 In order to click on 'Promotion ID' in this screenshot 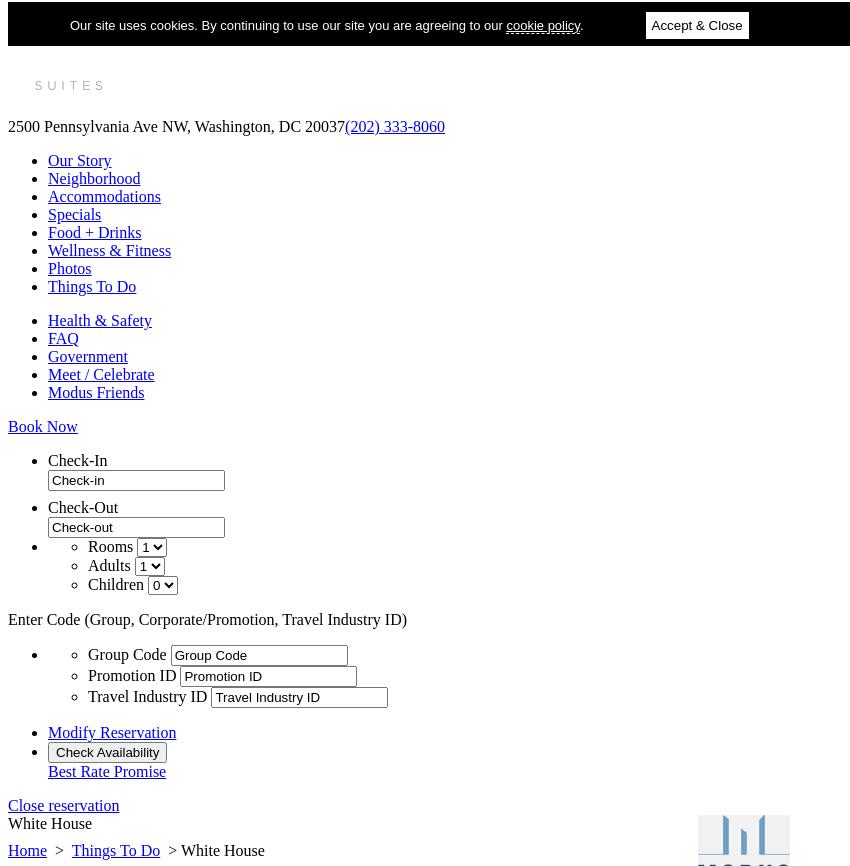, I will do `click(132, 674)`.